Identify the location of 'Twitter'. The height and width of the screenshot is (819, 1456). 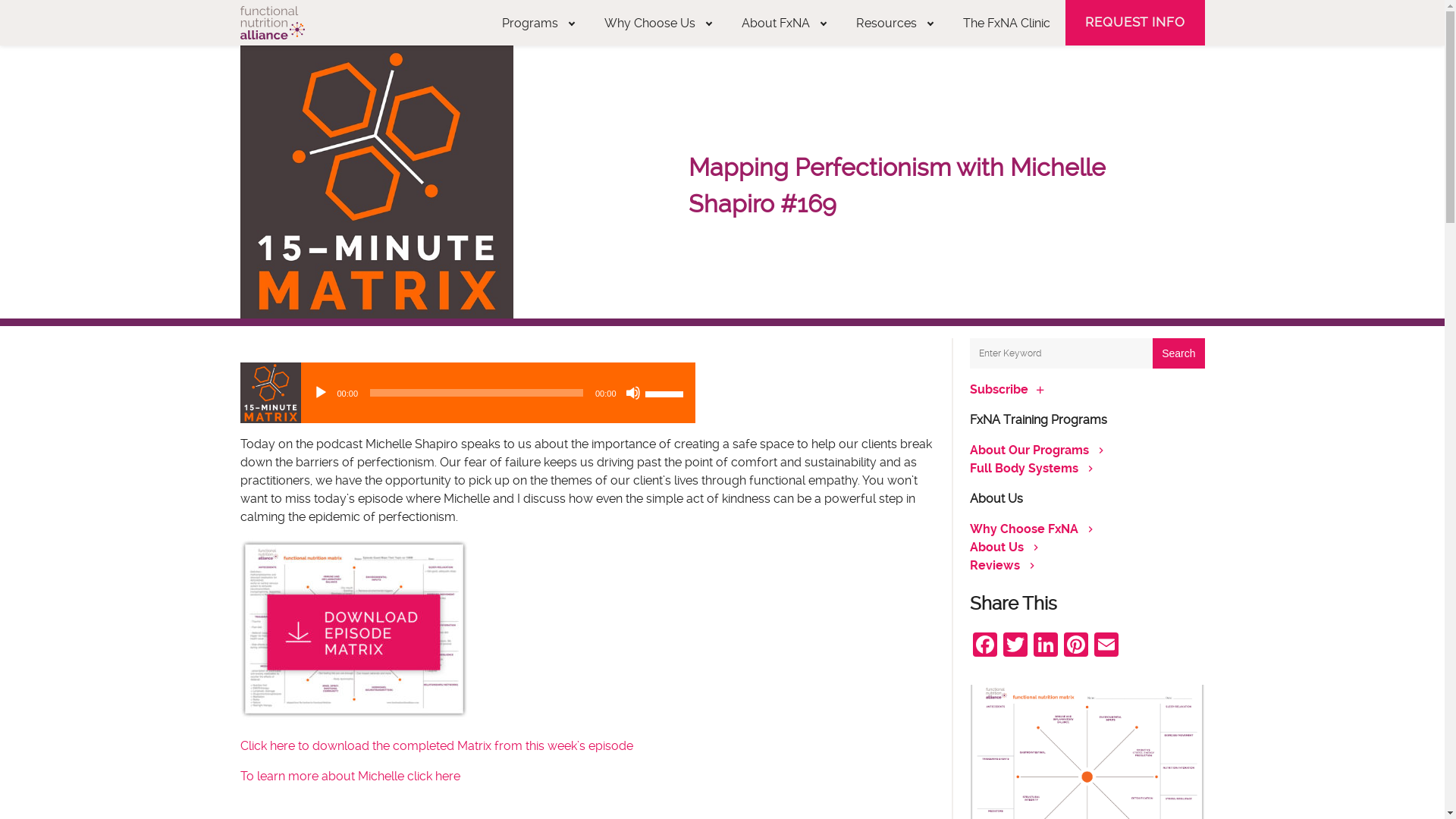
(1015, 646).